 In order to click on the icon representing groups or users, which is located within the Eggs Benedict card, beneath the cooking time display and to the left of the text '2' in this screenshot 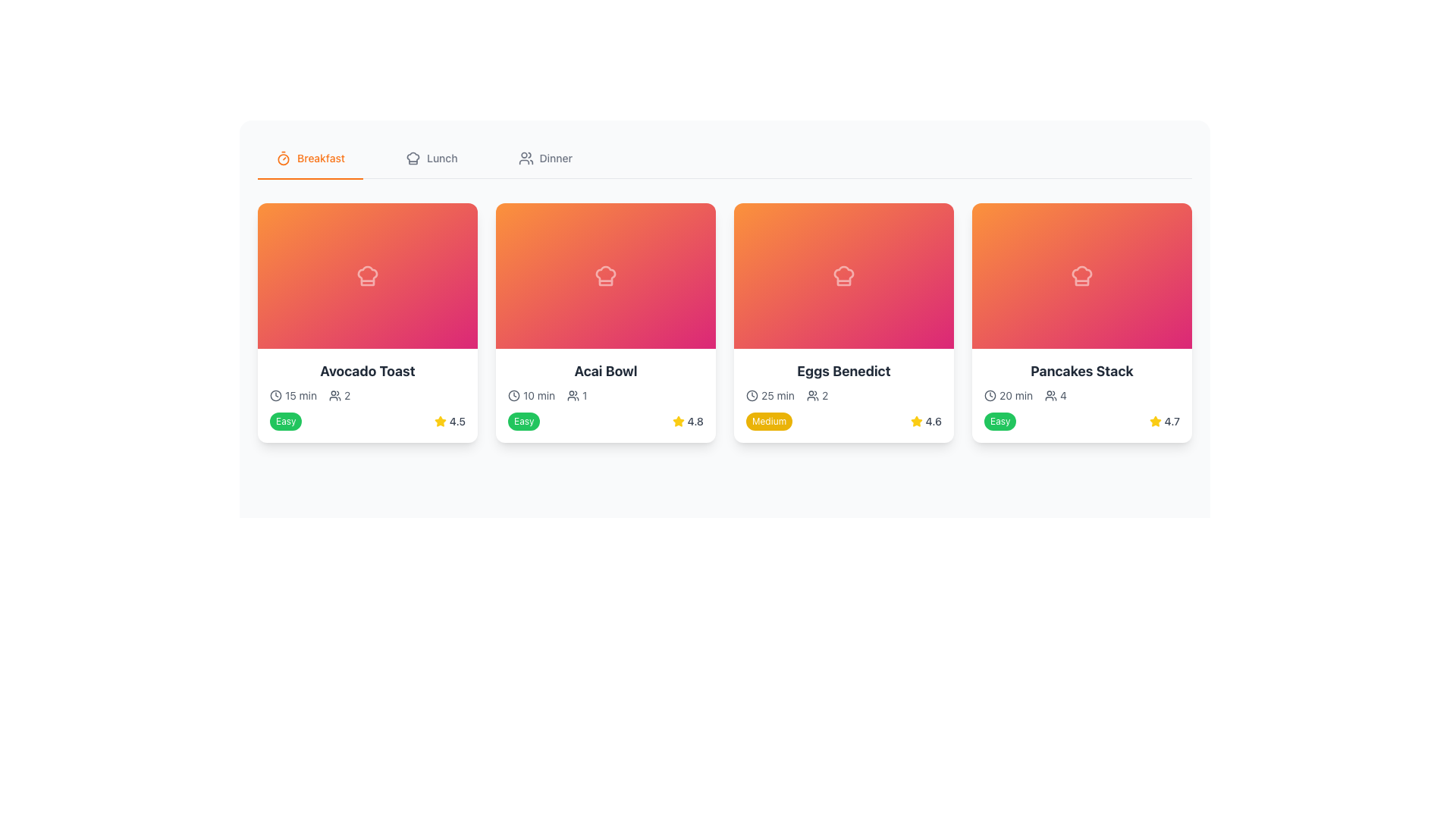, I will do `click(811, 394)`.